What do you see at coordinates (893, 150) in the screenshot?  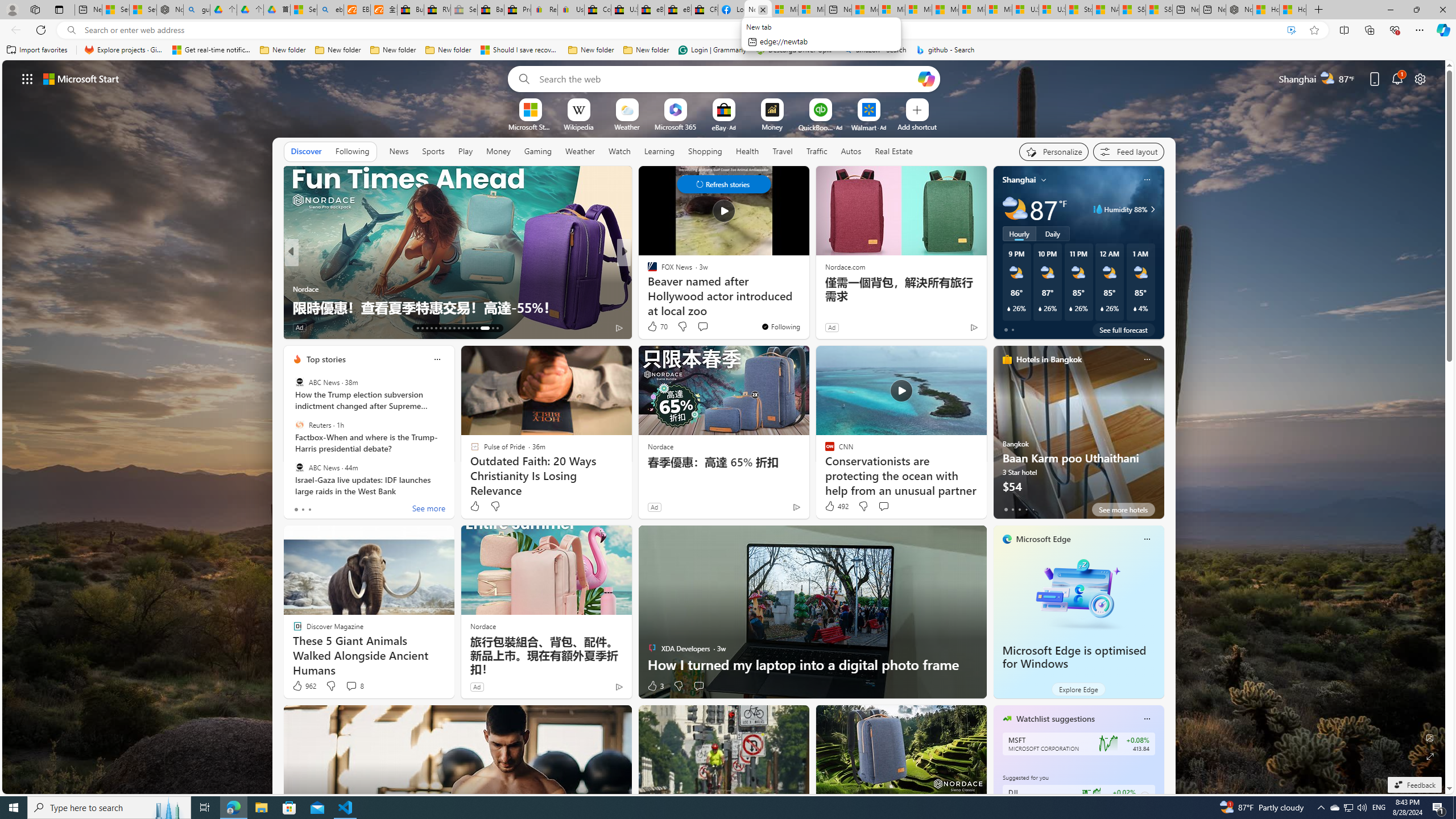 I see `'Real Estate'` at bounding box center [893, 150].